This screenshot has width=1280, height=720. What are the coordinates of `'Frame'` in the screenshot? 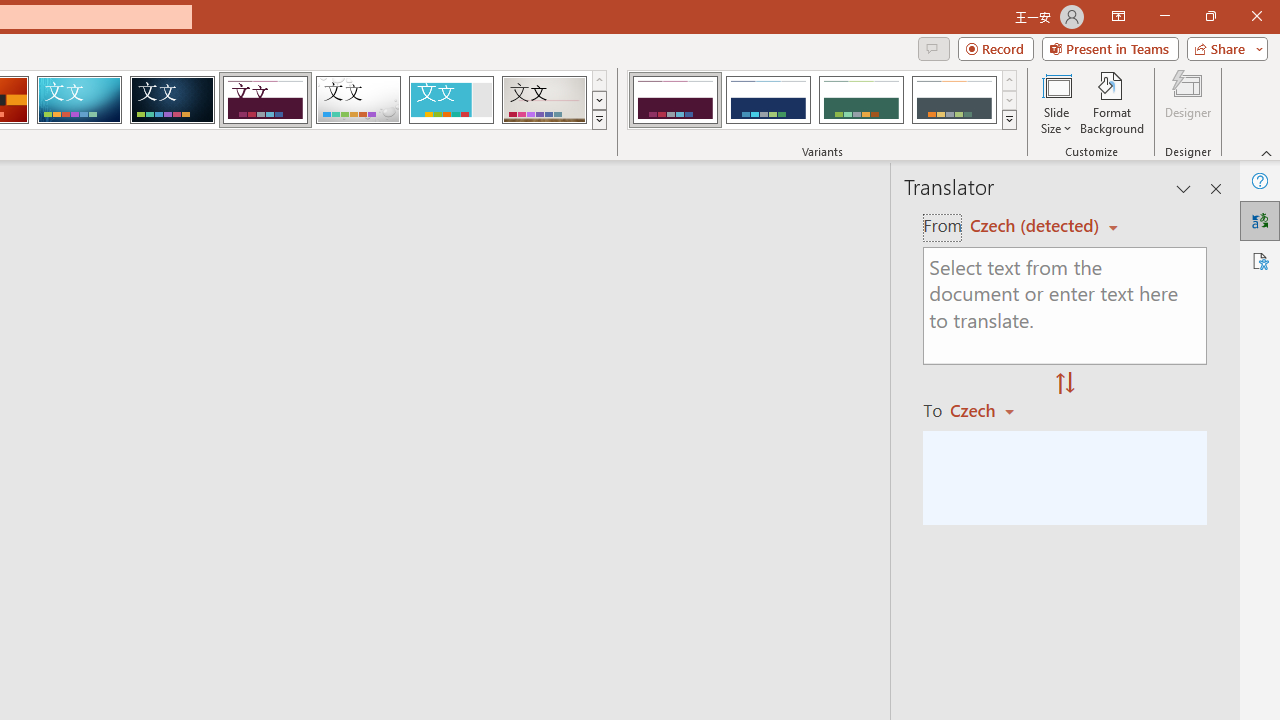 It's located at (450, 100).